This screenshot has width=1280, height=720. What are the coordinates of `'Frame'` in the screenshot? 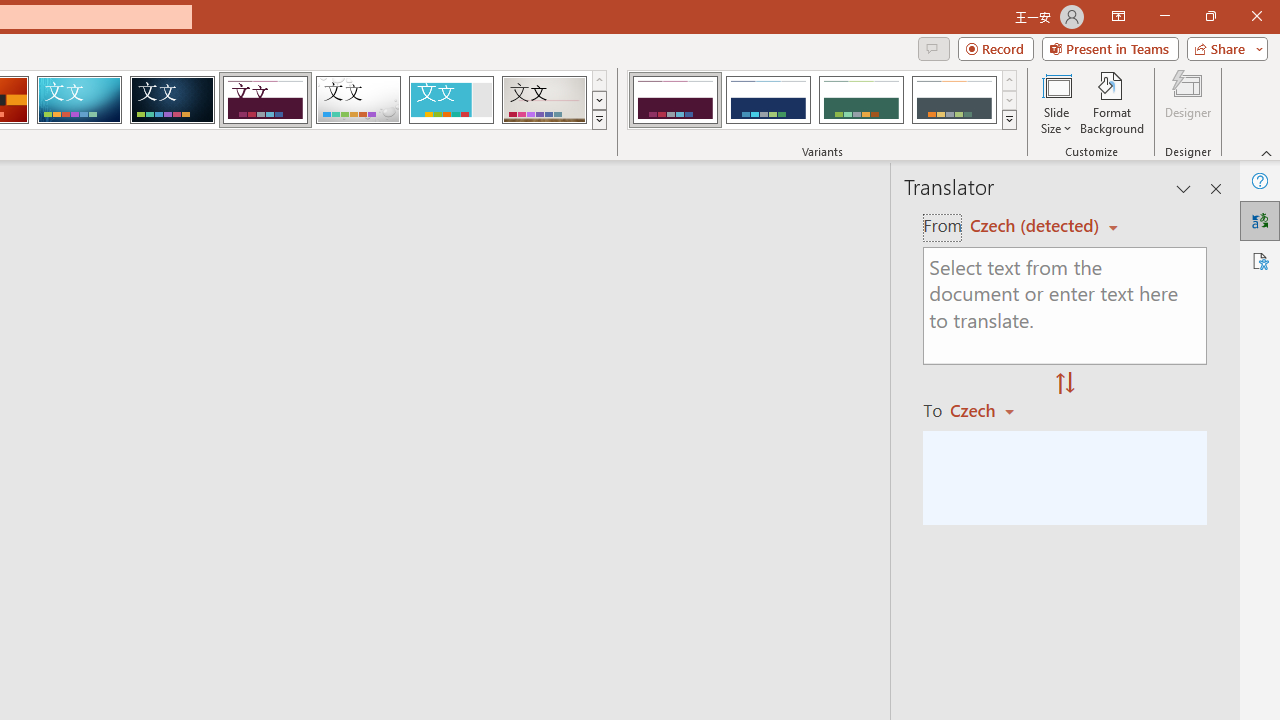 It's located at (450, 100).